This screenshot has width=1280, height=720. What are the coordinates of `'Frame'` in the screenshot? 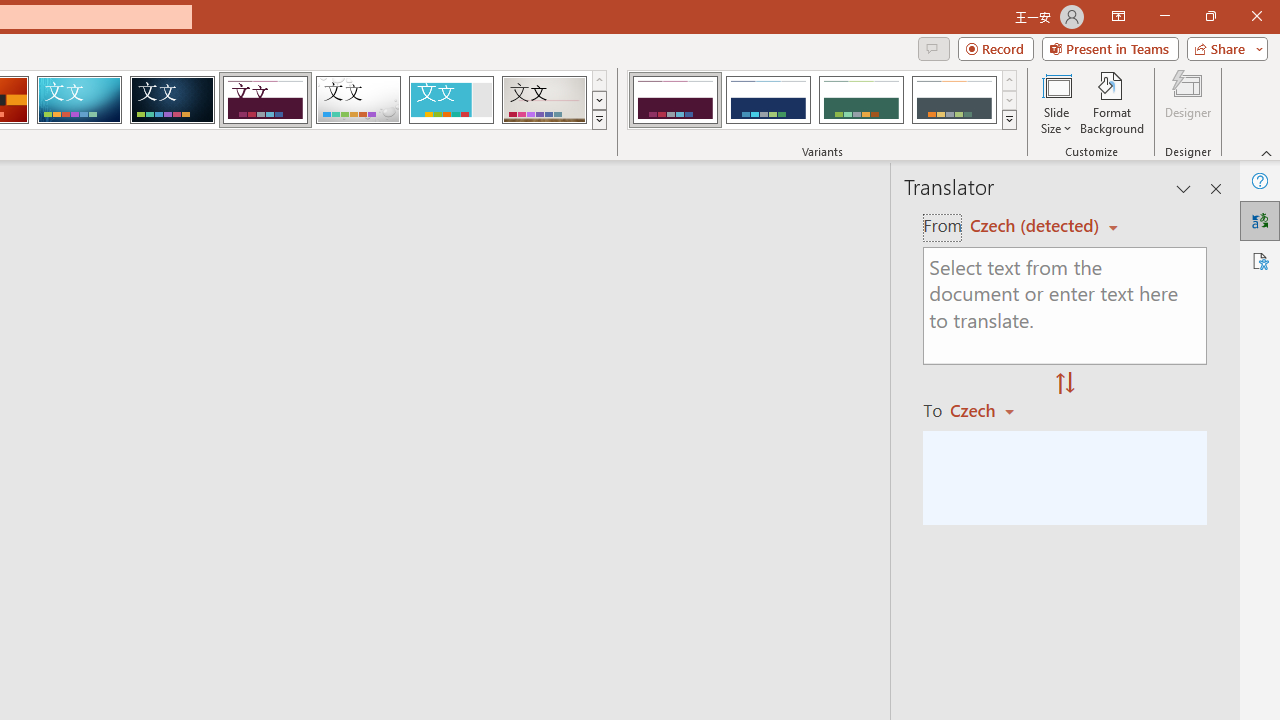 It's located at (450, 100).